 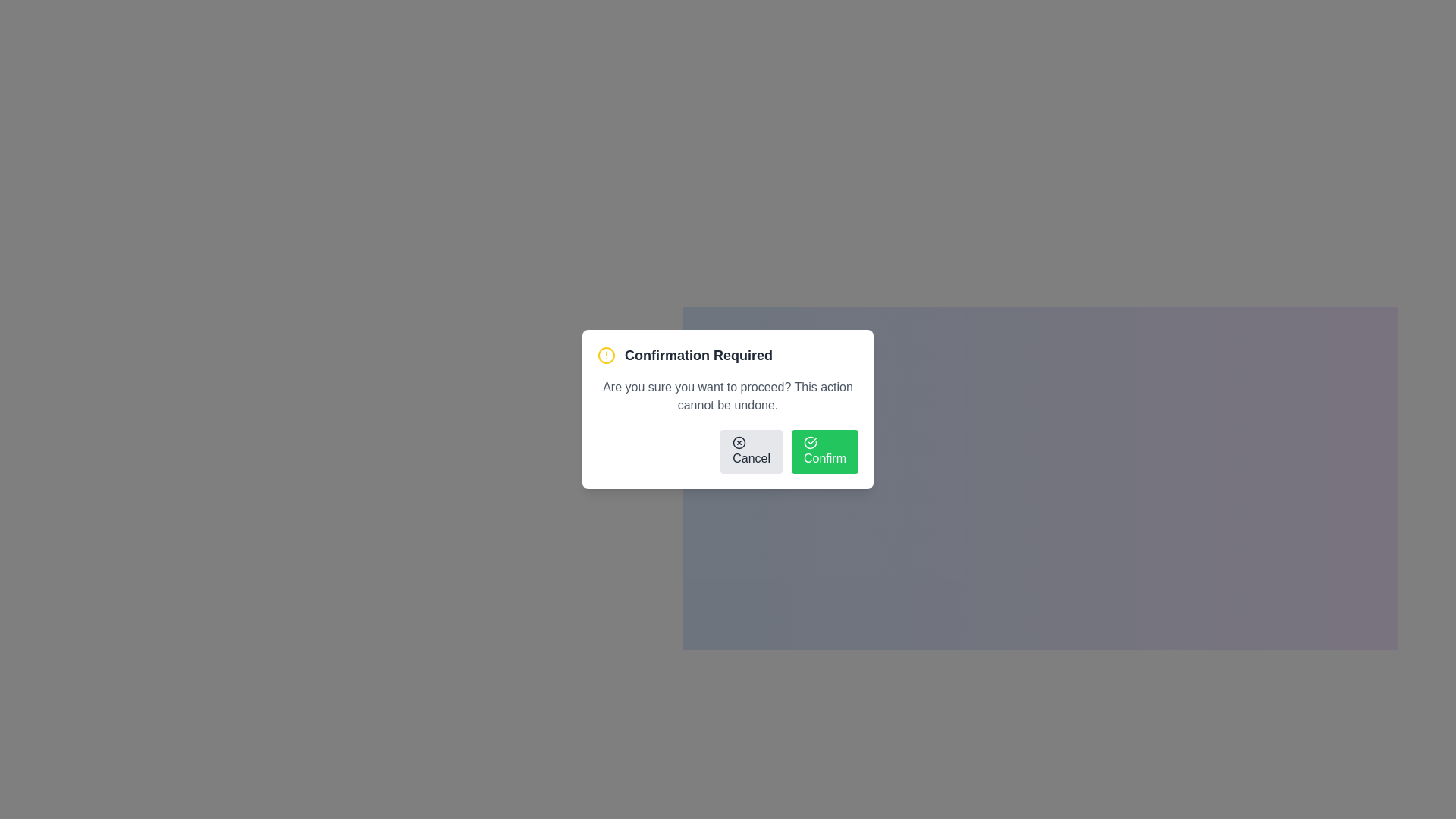 What do you see at coordinates (739, 442) in the screenshot?
I see `the appearance of the 'cancel' icon, a small circular graphic with a crossed line inside it, located within the 'Cancel' button at the bottom section of the modal confirmation dialog box` at bounding box center [739, 442].